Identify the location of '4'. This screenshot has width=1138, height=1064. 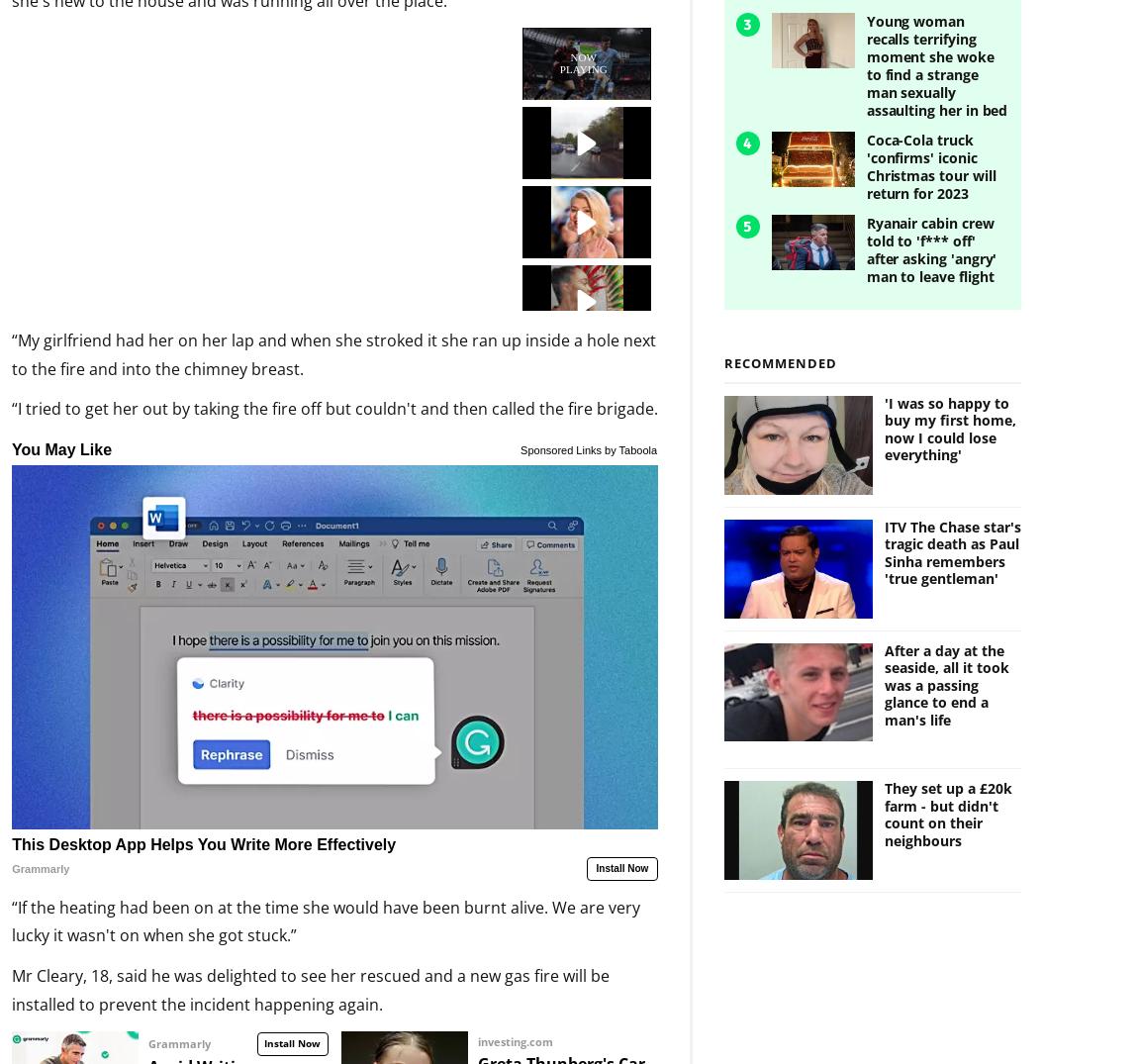
(746, 109).